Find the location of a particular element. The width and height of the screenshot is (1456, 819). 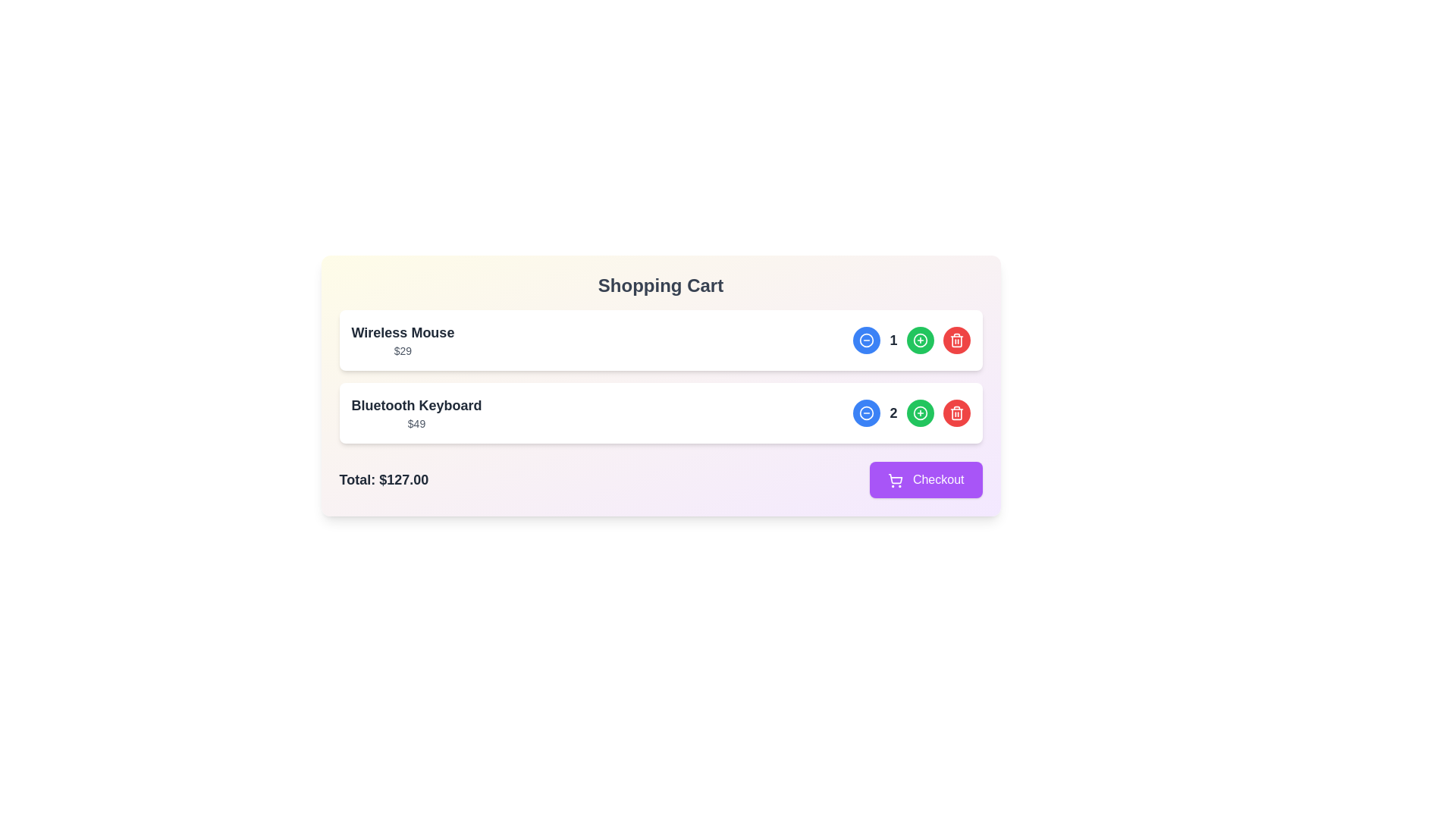

the static text label displaying the bold, large-sized number '1' in gray color, located in the first item's row of the shopping cart list is located at coordinates (893, 339).